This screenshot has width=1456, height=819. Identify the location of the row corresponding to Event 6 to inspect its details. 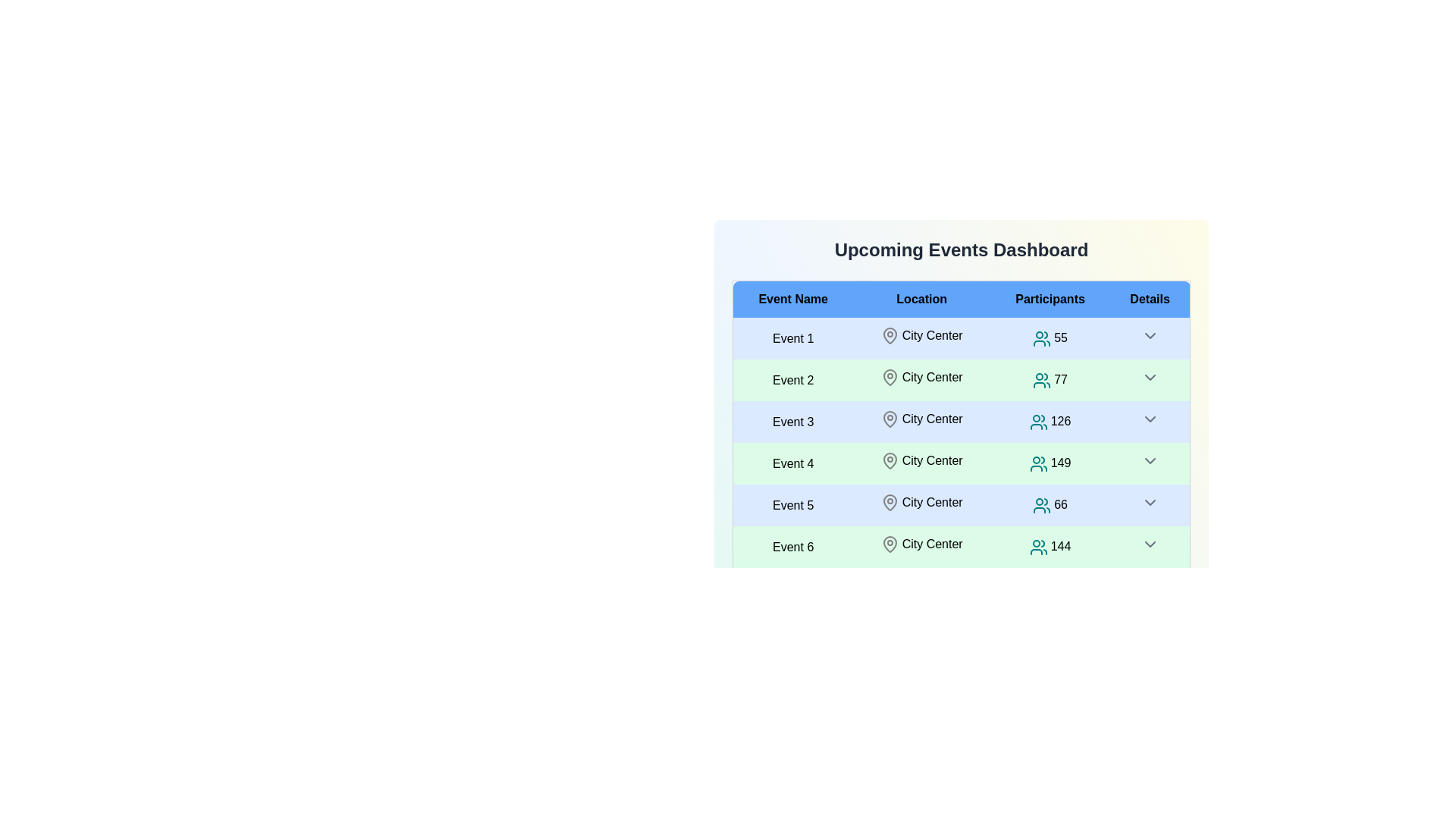
(792, 547).